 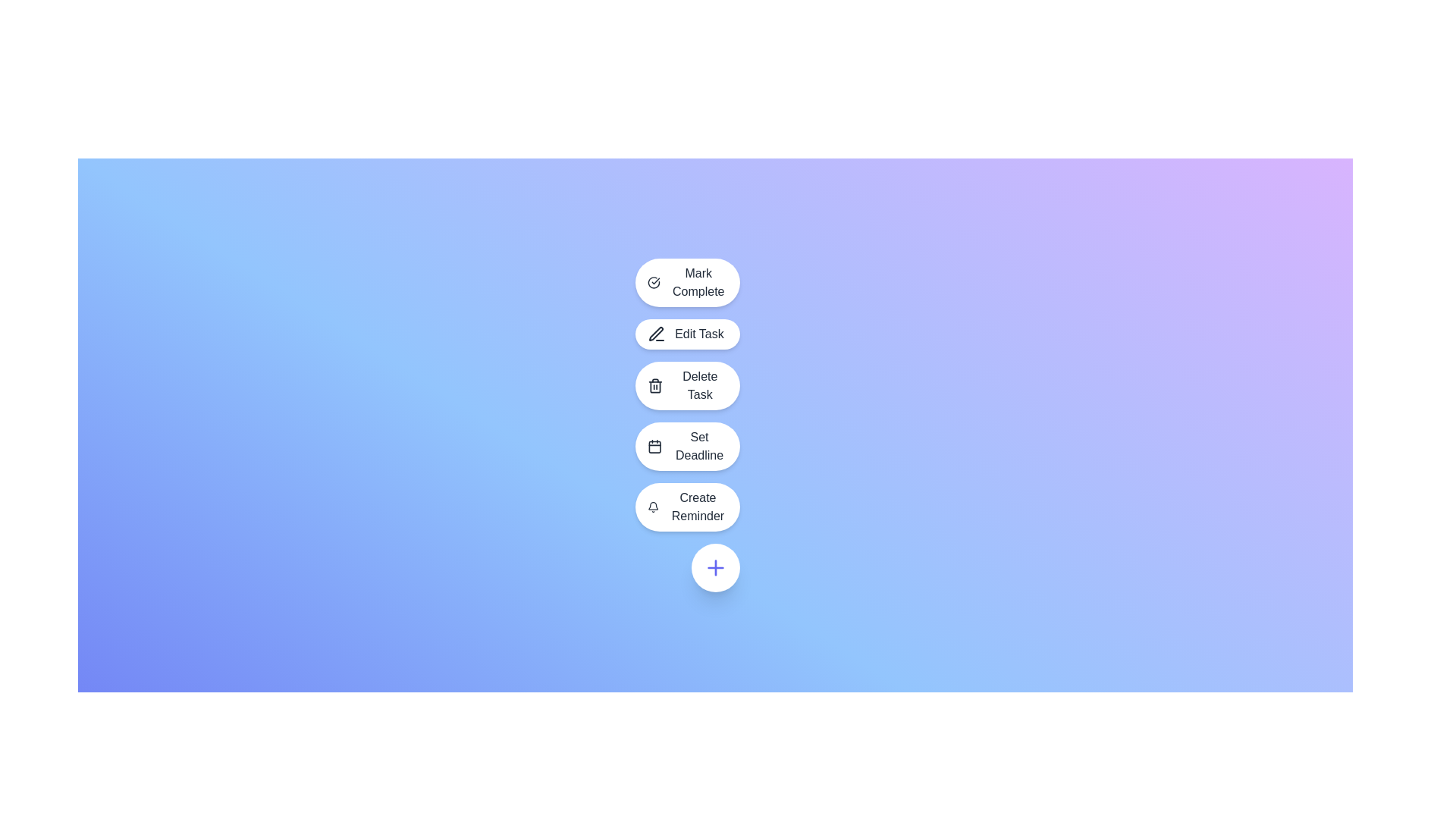 I want to click on the deadline setting button located between the 'Delete Task' button and the 'Create Reminder' button in the vertical stack, so click(x=686, y=446).